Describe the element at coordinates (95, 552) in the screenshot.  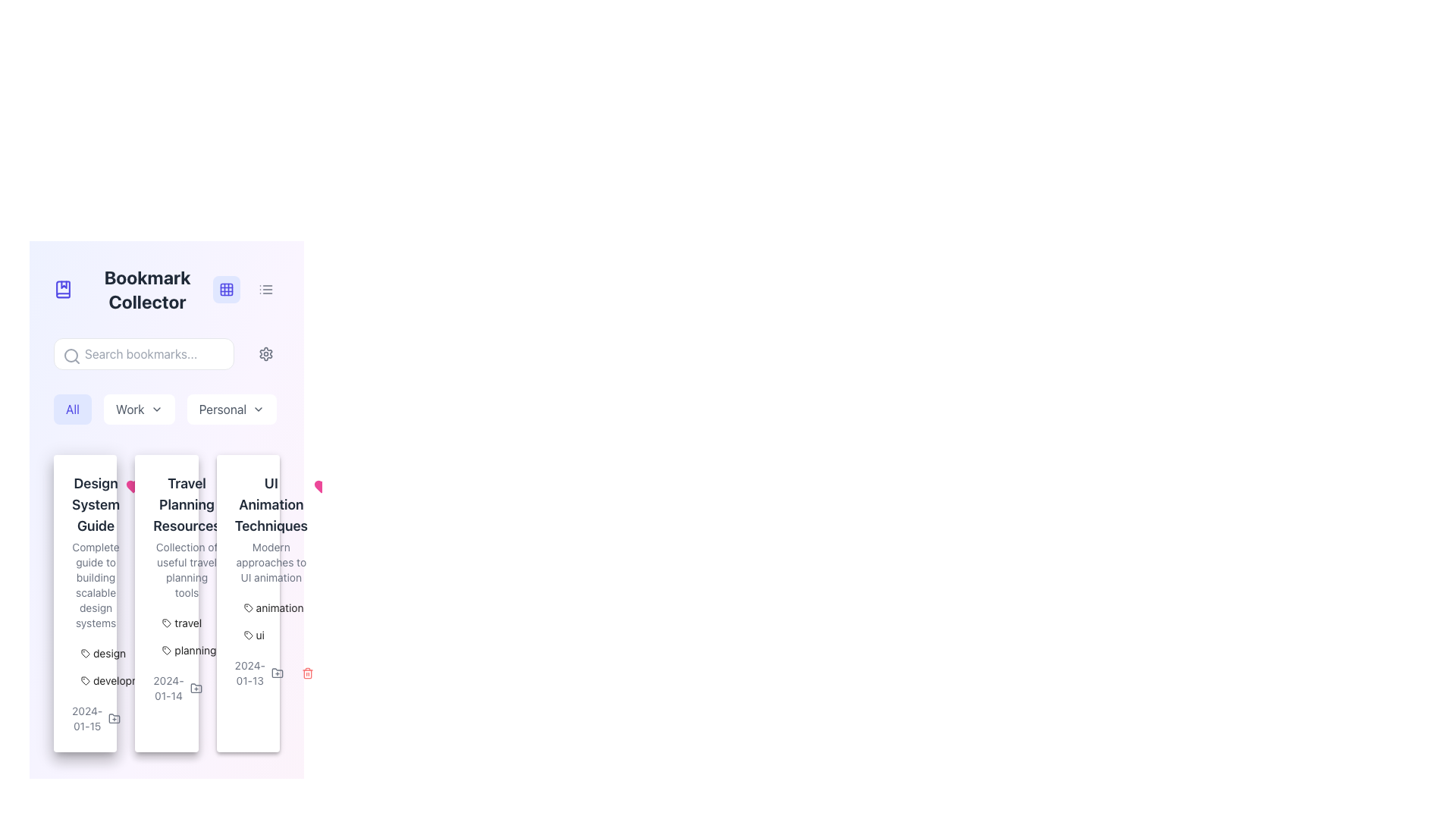
I see `the Informational card for the 'Design System Guide' located at the leftmost entry of the horizontally-scrolling list` at that location.